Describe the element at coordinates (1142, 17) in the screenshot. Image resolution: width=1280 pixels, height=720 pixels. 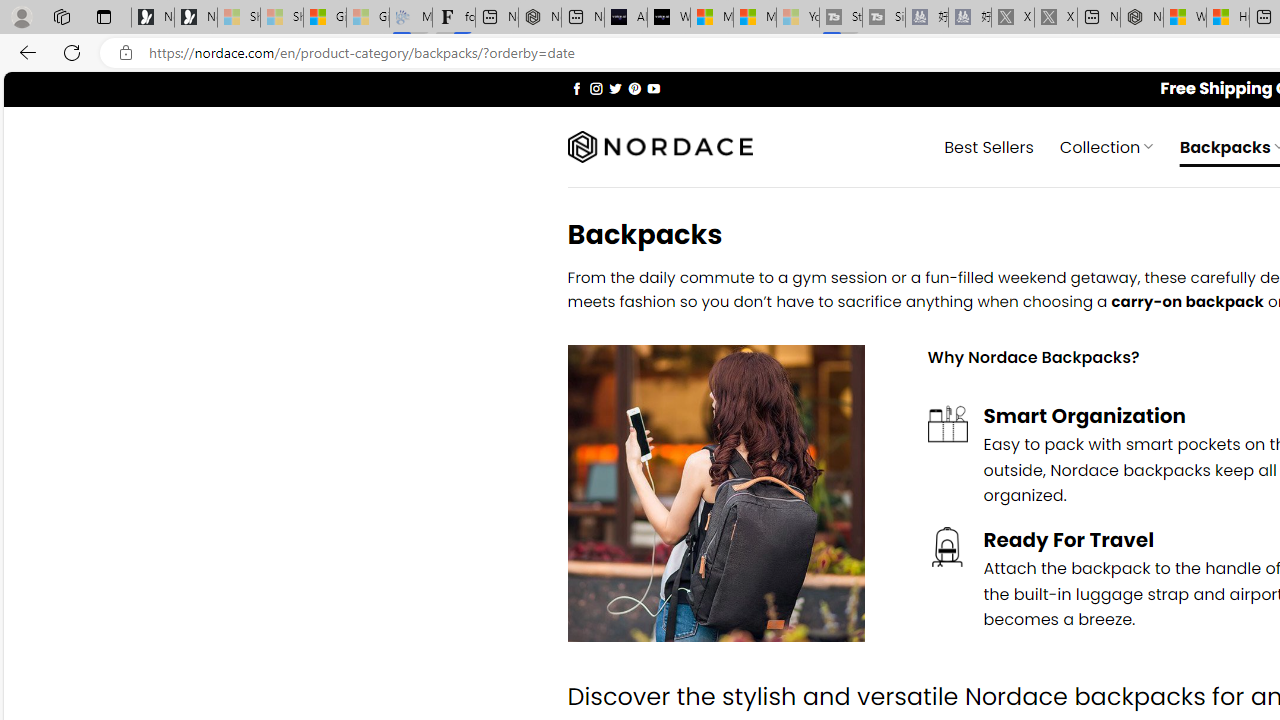
I see `'Nordace - My Account'` at that location.